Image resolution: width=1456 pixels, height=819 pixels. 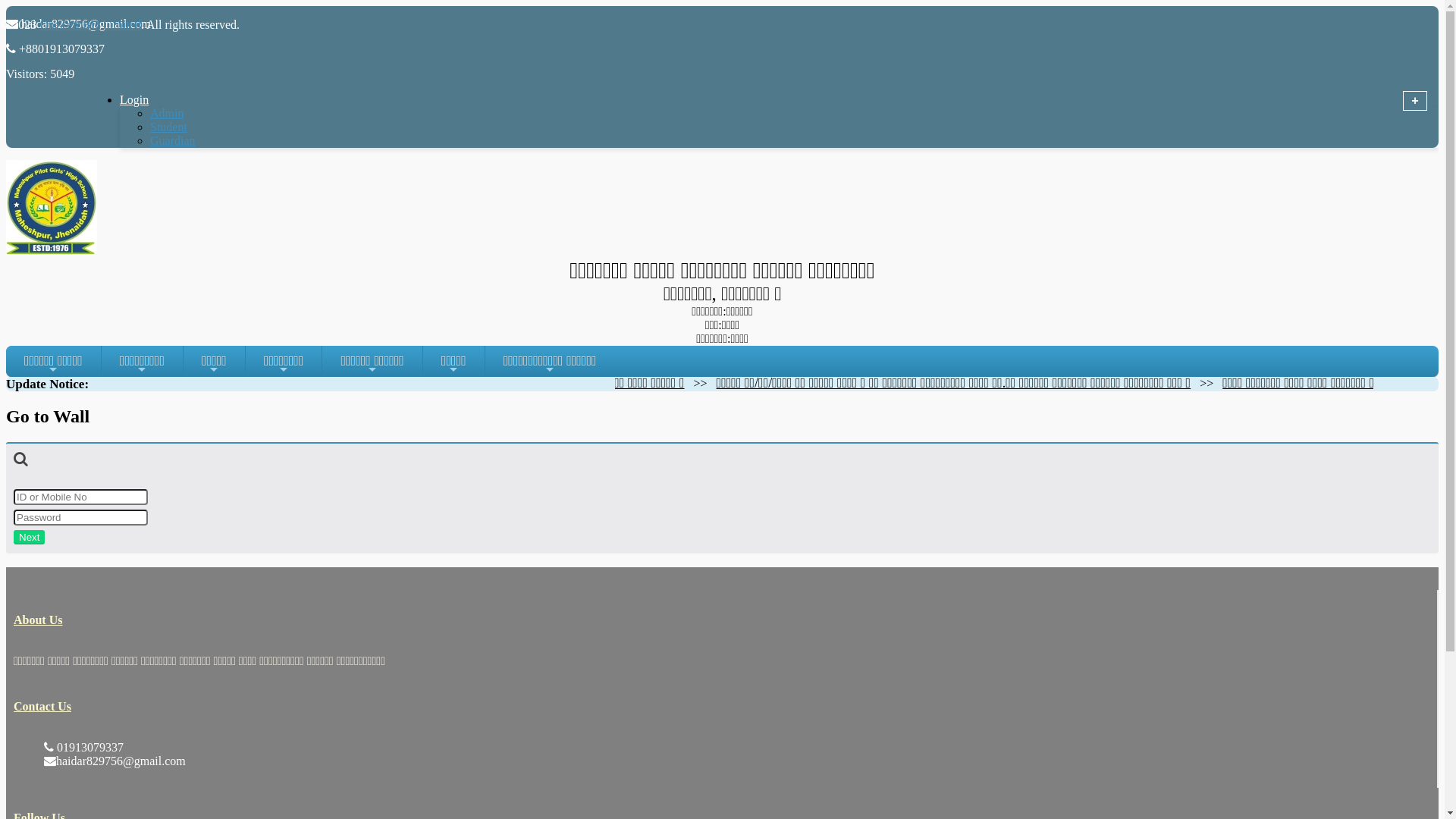 What do you see at coordinates (152, 99) in the screenshot?
I see `'Login'` at bounding box center [152, 99].